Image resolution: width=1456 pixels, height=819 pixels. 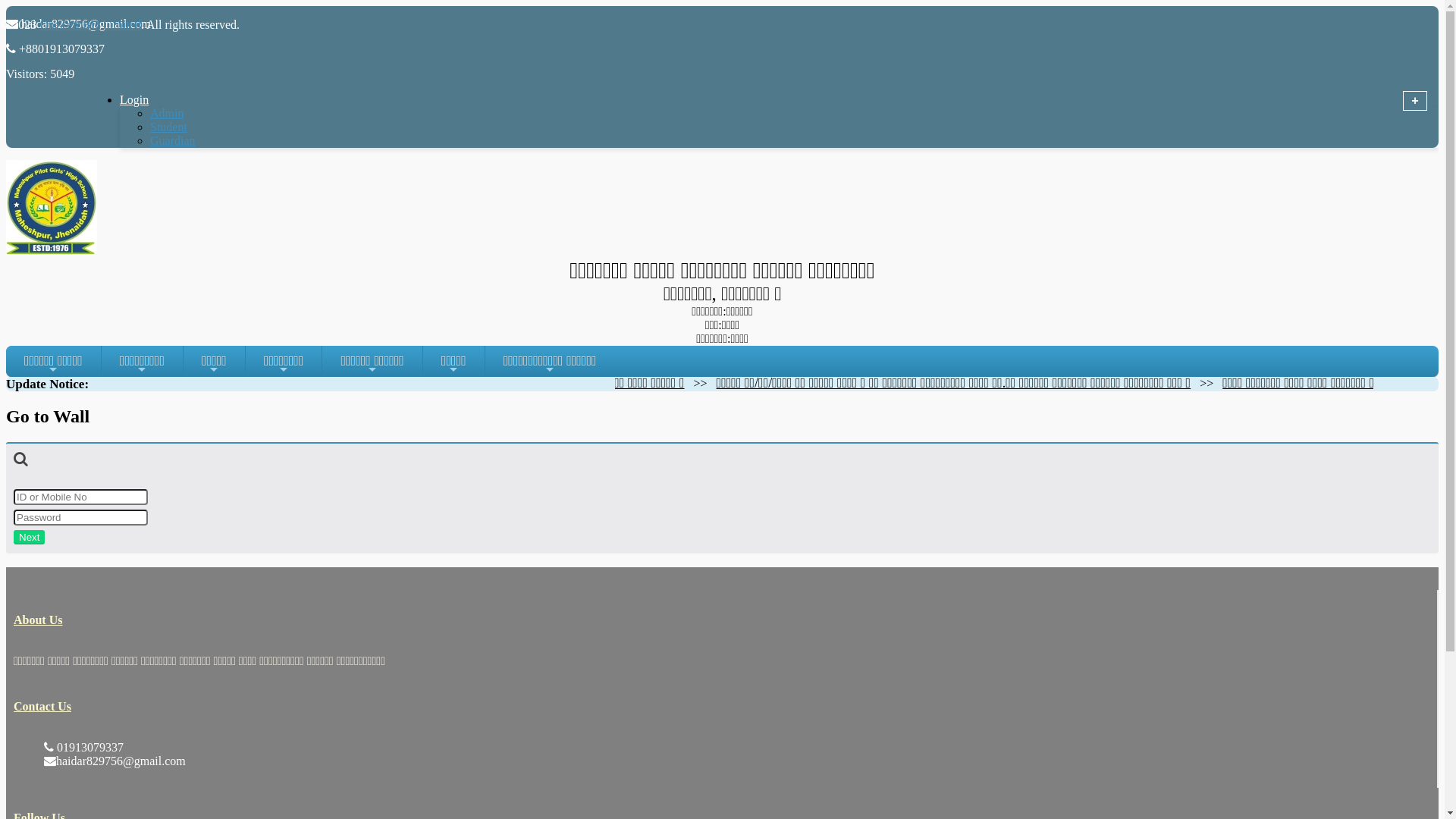 What do you see at coordinates (152, 99) in the screenshot?
I see `'Login'` at bounding box center [152, 99].